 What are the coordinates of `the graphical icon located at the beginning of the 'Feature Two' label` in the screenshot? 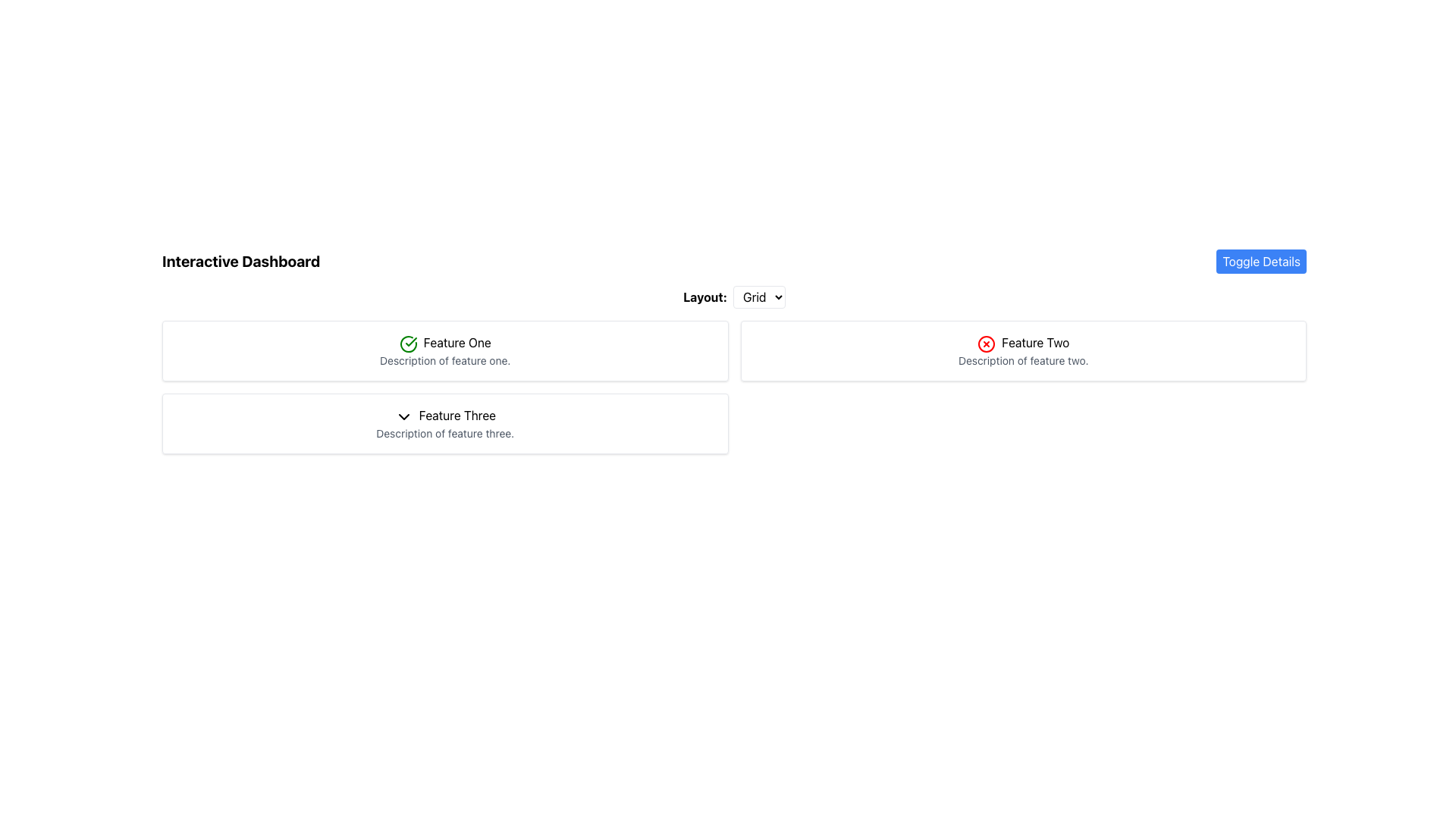 It's located at (987, 344).